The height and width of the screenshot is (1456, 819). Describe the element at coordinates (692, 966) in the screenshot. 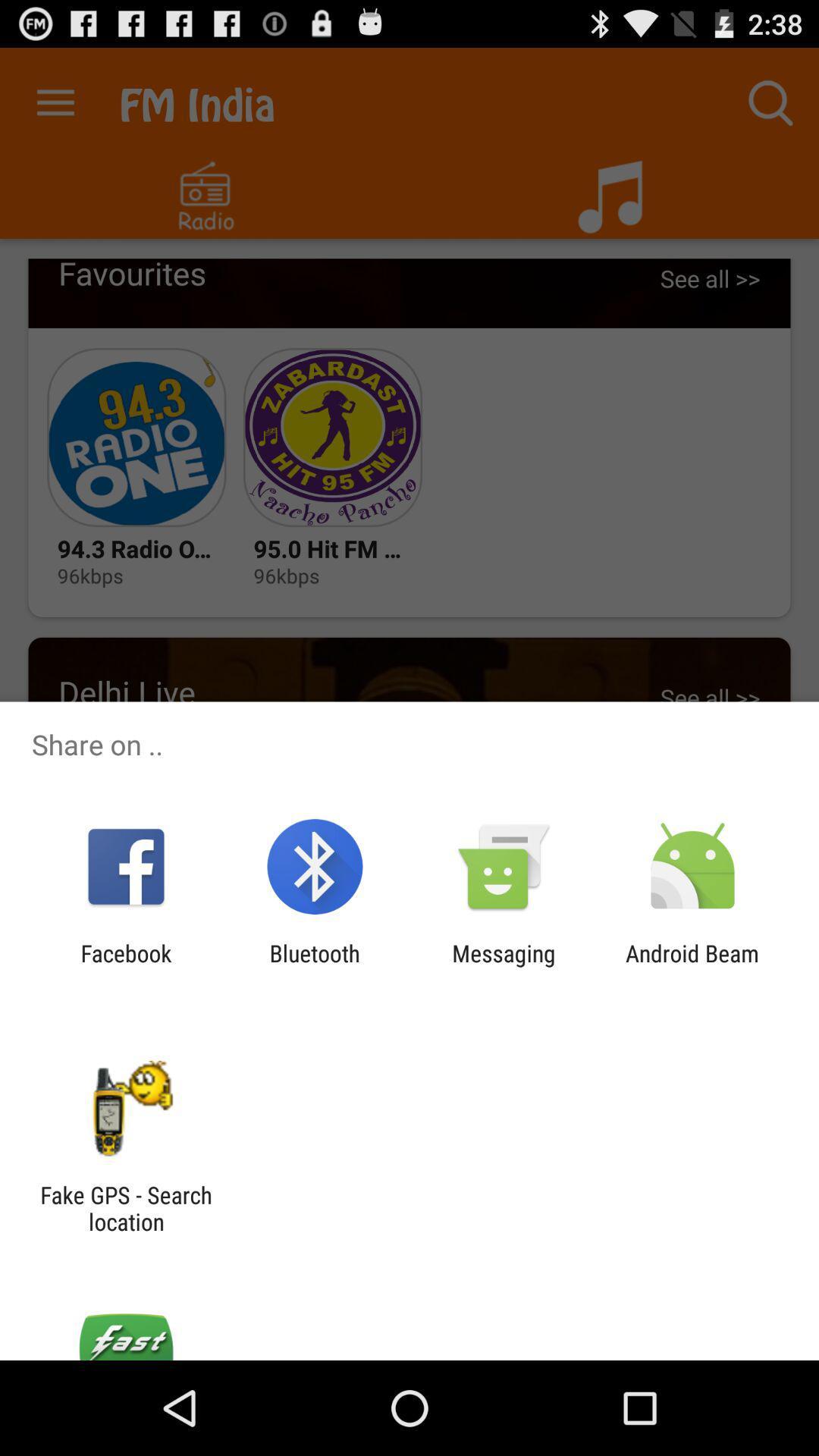

I see `the item next to messaging icon` at that location.